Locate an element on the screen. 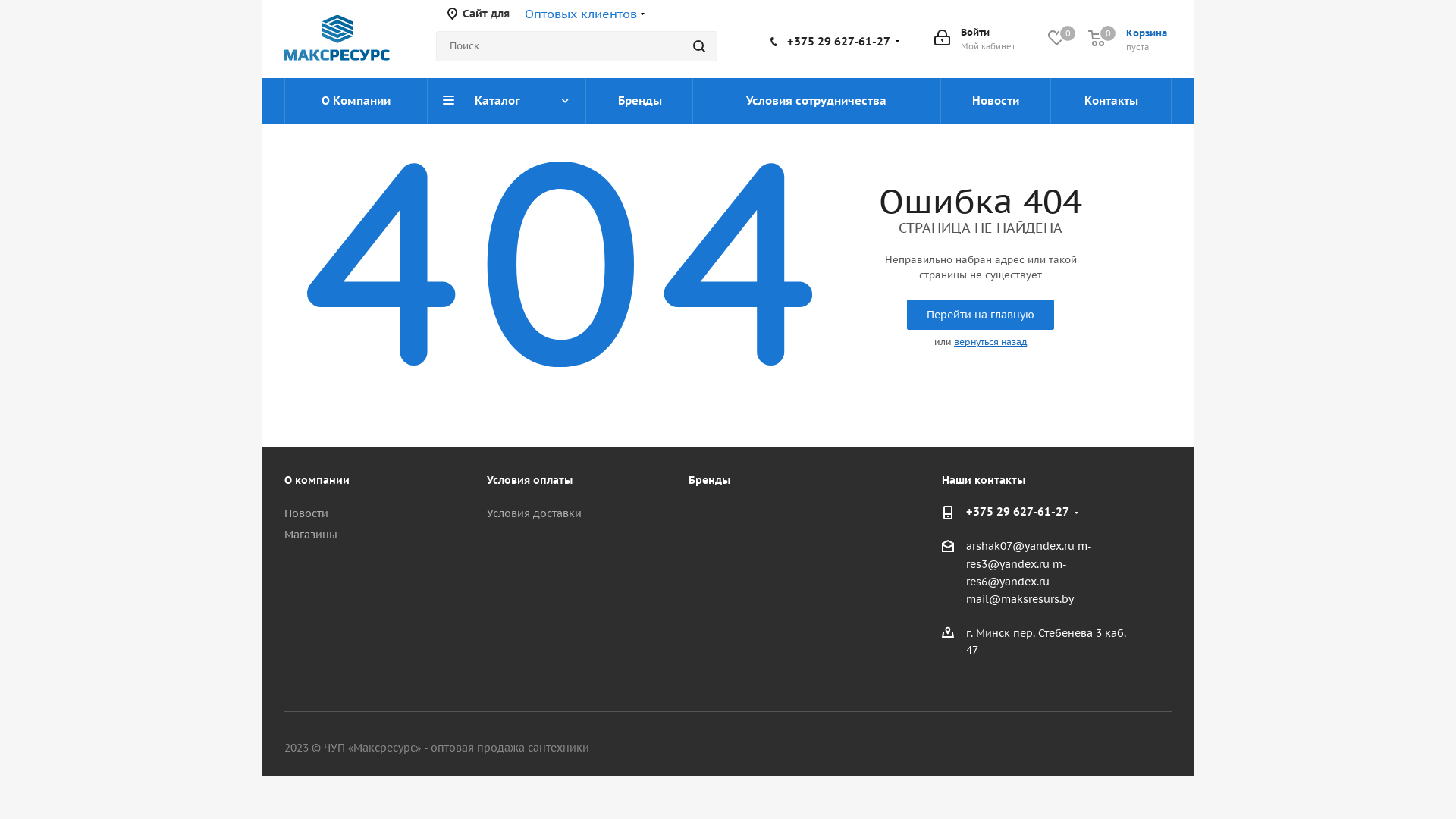 This screenshot has width=1456, height=819. 'mail@maksresurs.by' is located at coordinates (1019, 598).